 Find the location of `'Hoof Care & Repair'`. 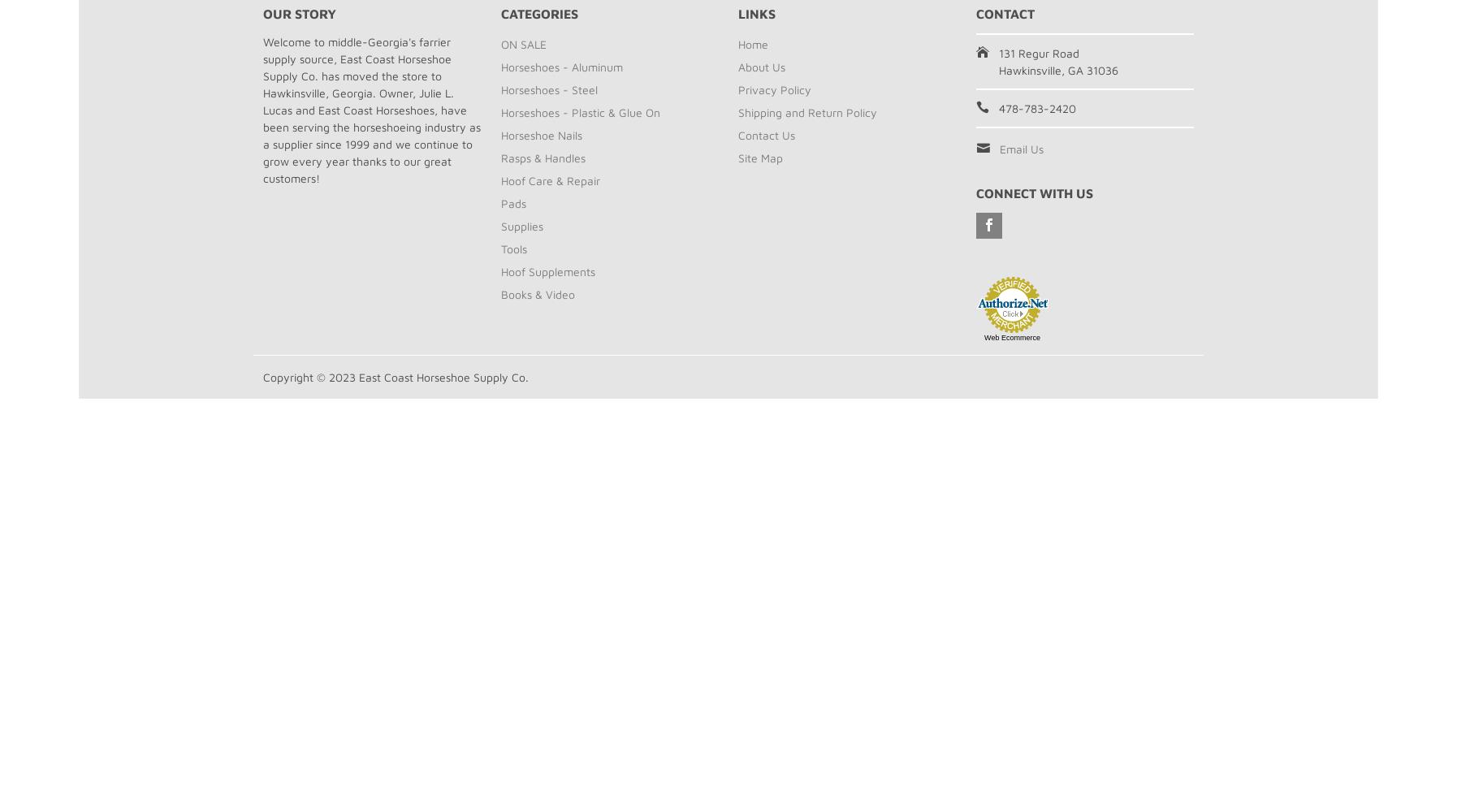

'Hoof Care & Repair' is located at coordinates (550, 179).